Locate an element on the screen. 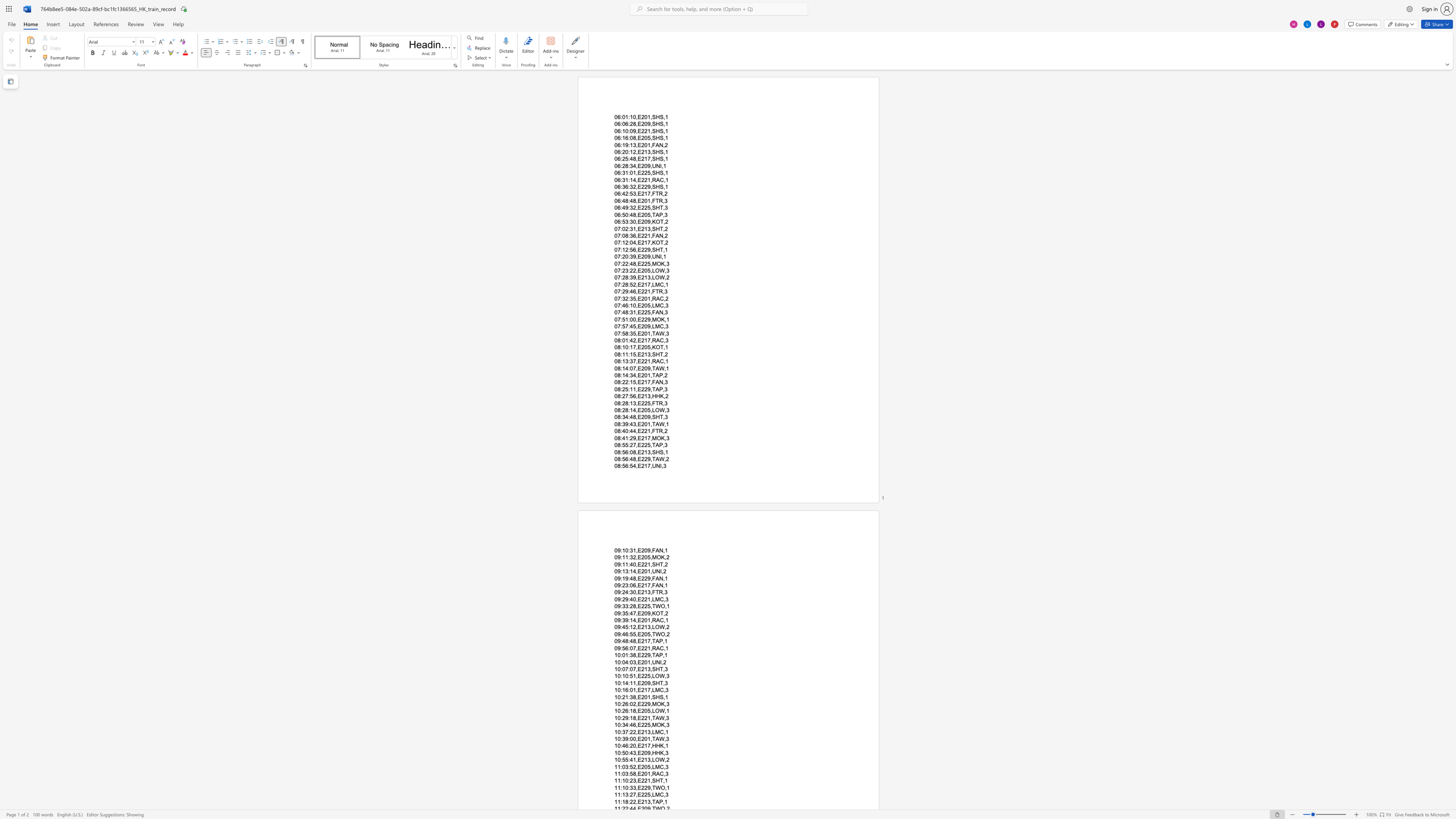  the subset text ",FA" within the text "07:48:31,E225,FAN,3" is located at coordinates (649, 311).